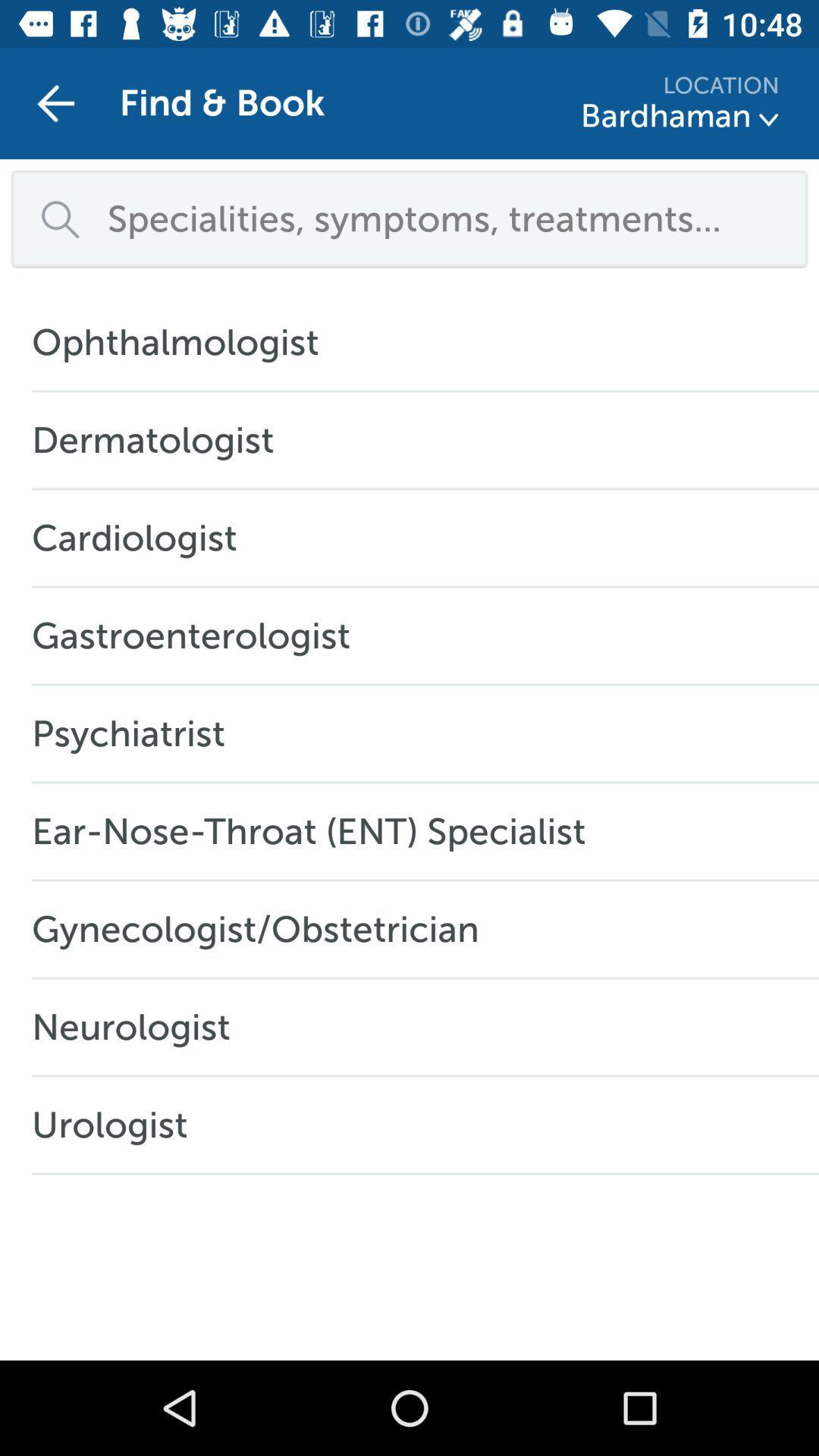  What do you see at coordinates (117, 1125) in the screenshot?
I see `the urologist item` at bounding box center [117, 1125].